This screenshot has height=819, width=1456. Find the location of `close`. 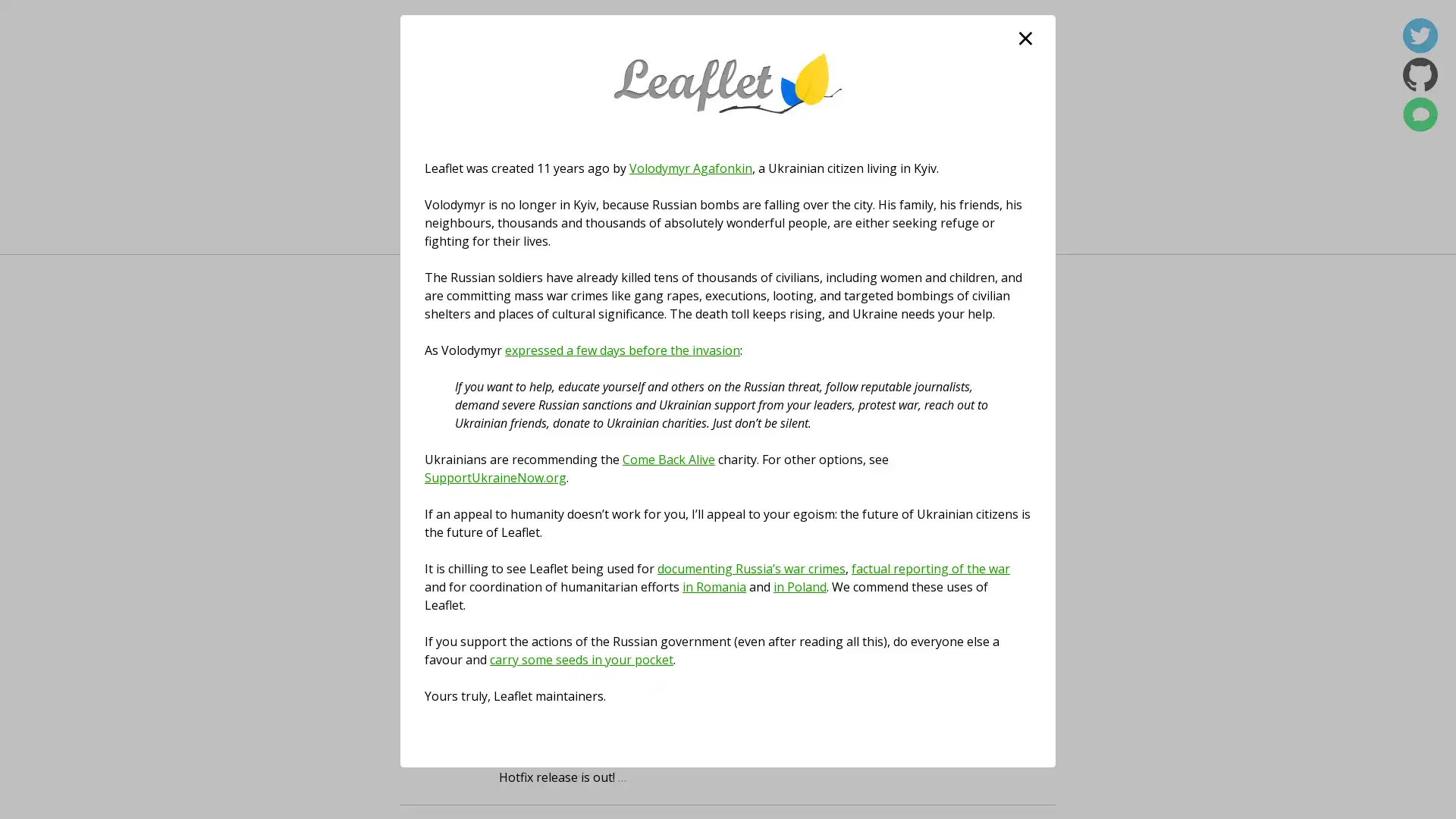

close is located at coordinates (1025, 37).